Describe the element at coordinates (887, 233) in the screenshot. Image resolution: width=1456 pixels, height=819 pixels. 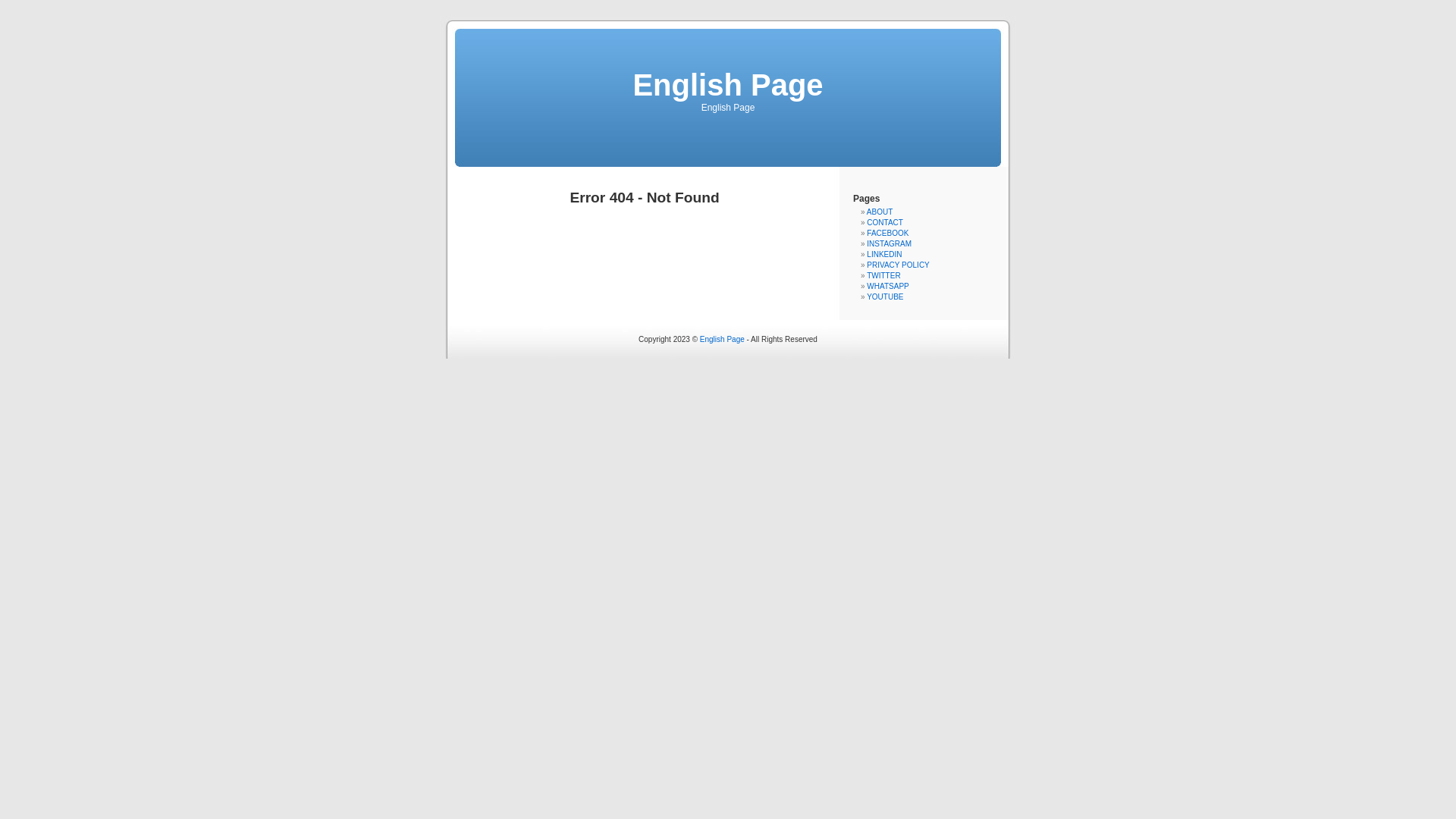
I see `'FACEBOOK'` at that location.